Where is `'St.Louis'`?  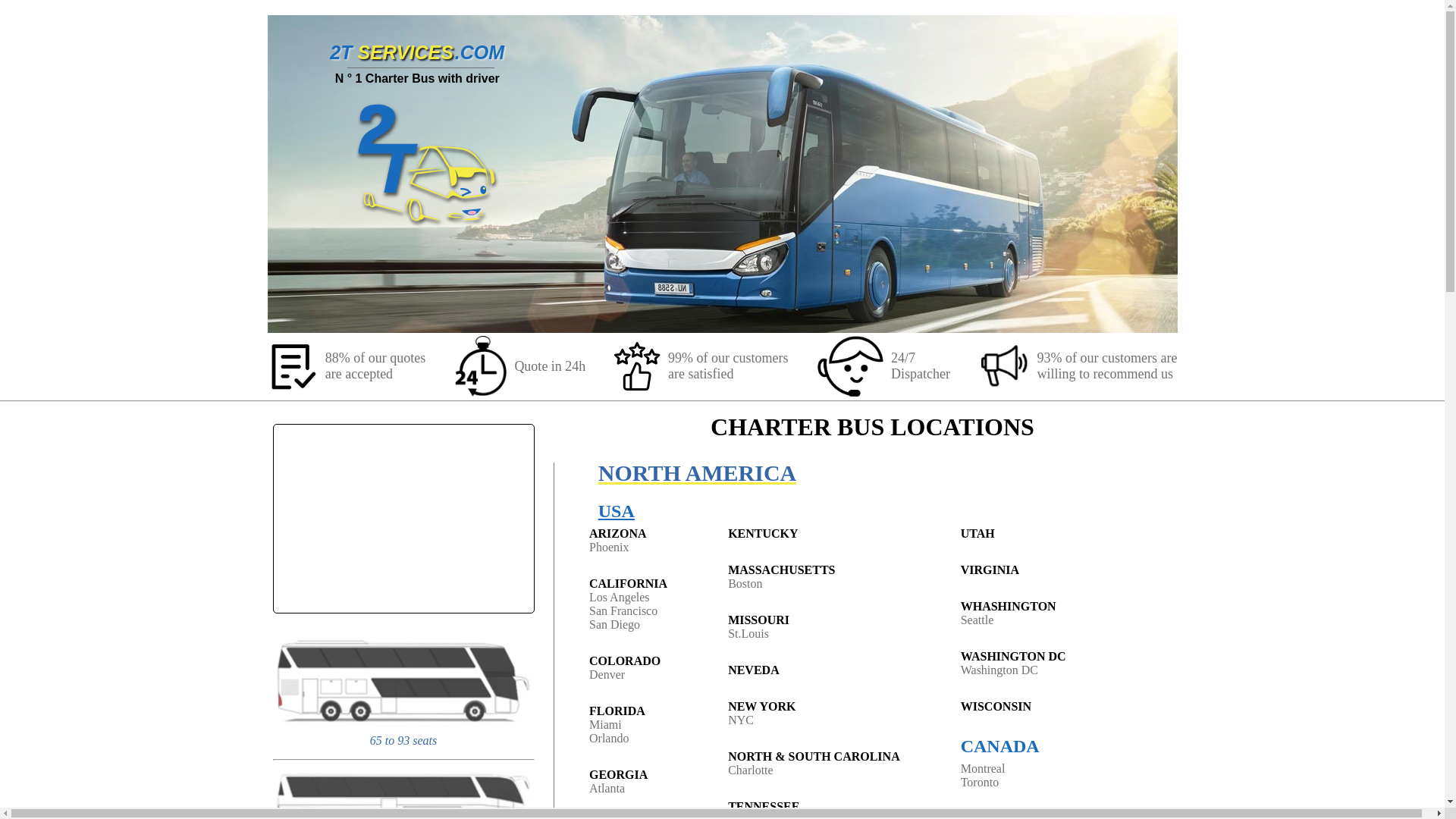 'St.Louis' is located at coordinates (748, 633).